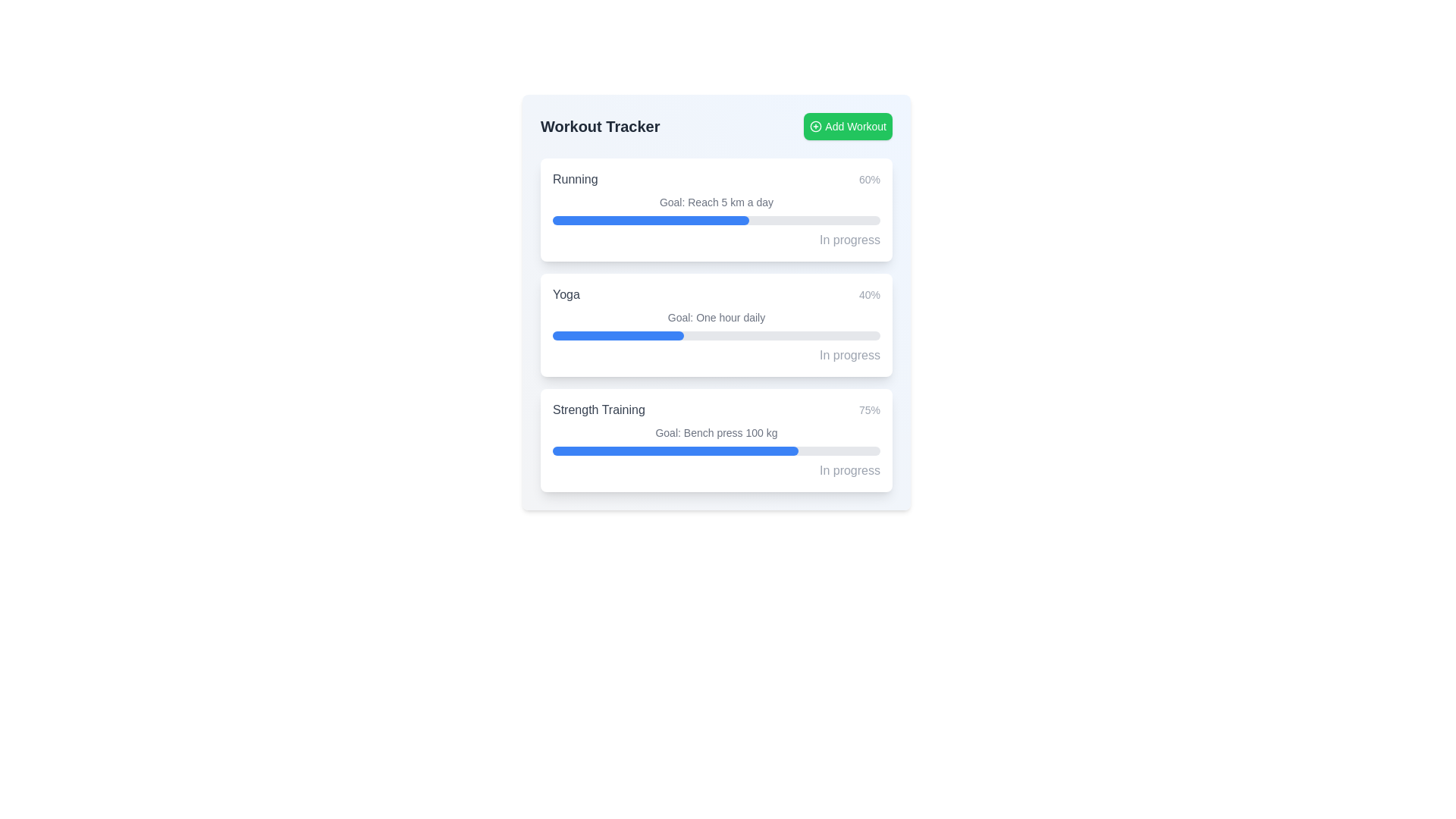 This screenshot has width=1456, height=819. Describe the element at coordinates (815, 125) in the screenshot. I see `the 'Add Workout' button by targeting the Icon located on its right-hand side in the header section of the Workout Tracker interface` at that location.